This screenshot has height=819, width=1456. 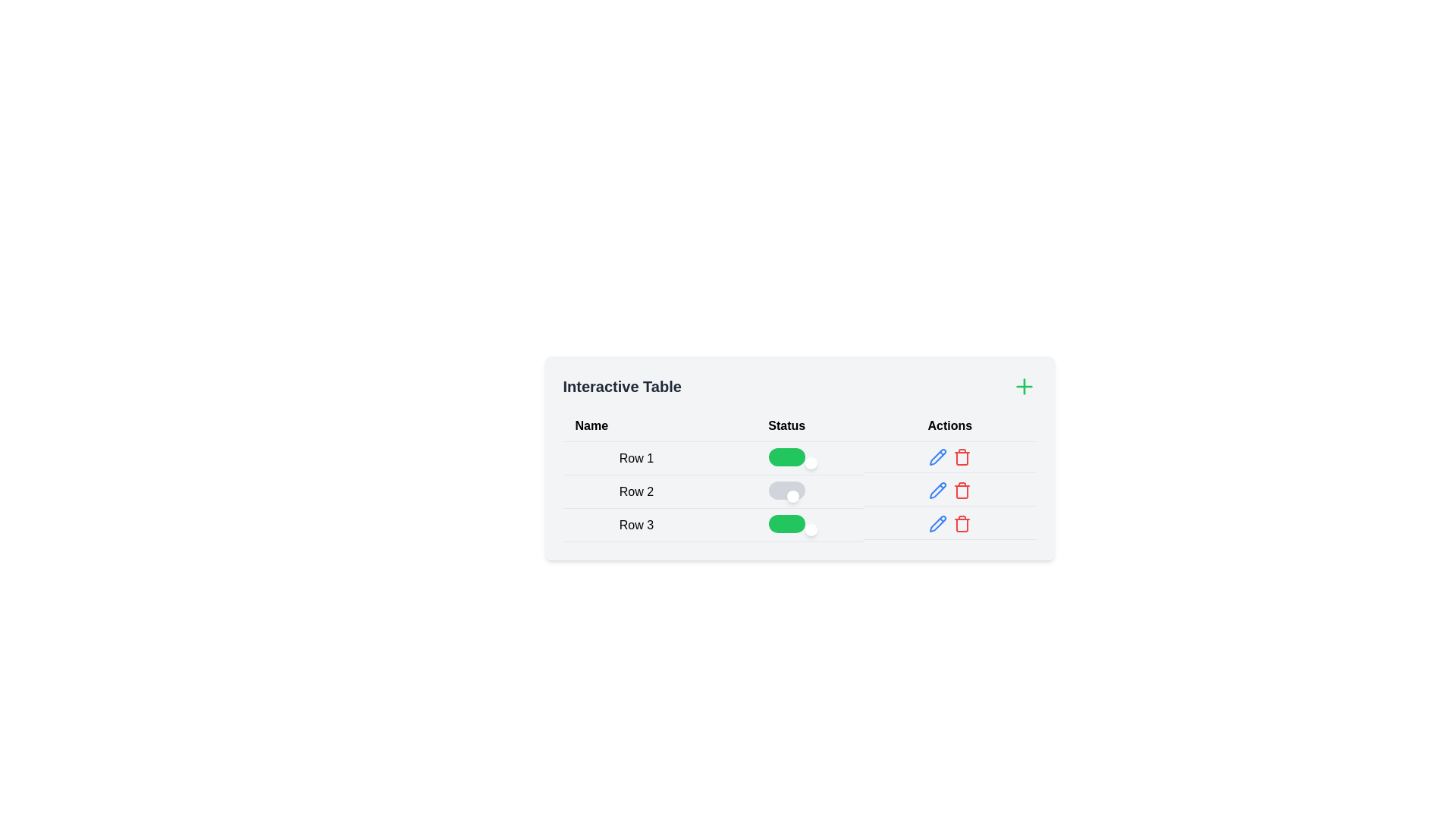 What do you see at coordinates (786, 456) in the screenshot?
I see `the toggle switch in the 'Status' column of the first row of the interactive table to receive potential visual feedback` at bounding box center [786, 456].